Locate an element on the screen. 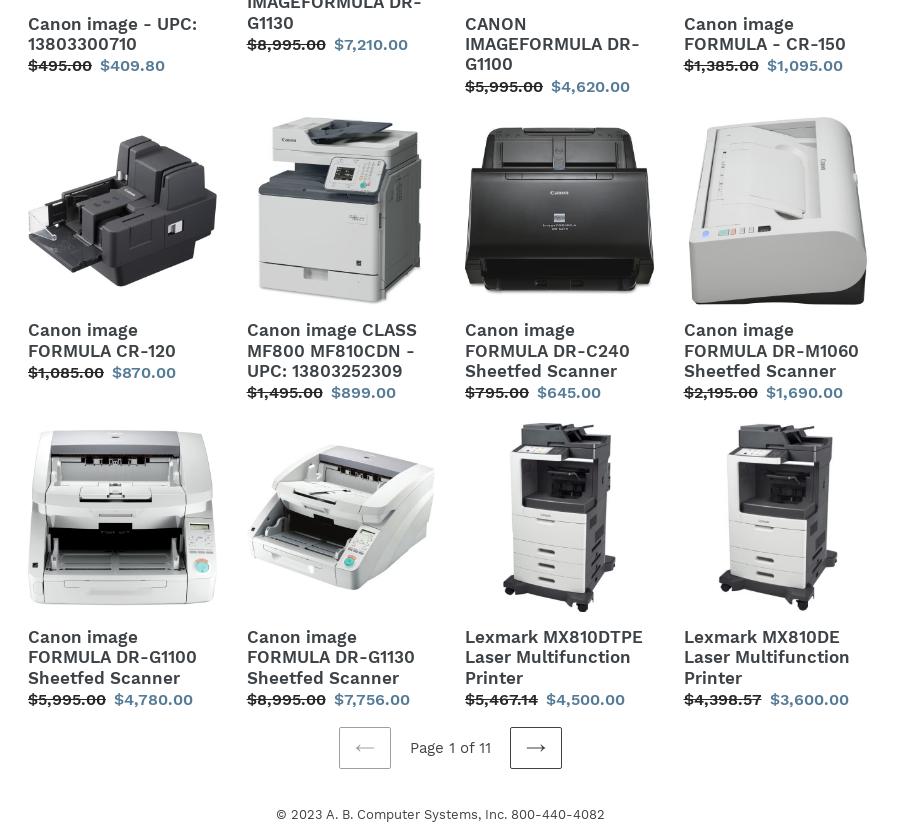 The image size is (900, 840). '$2,195.00' is located at coordinates (719, 392).